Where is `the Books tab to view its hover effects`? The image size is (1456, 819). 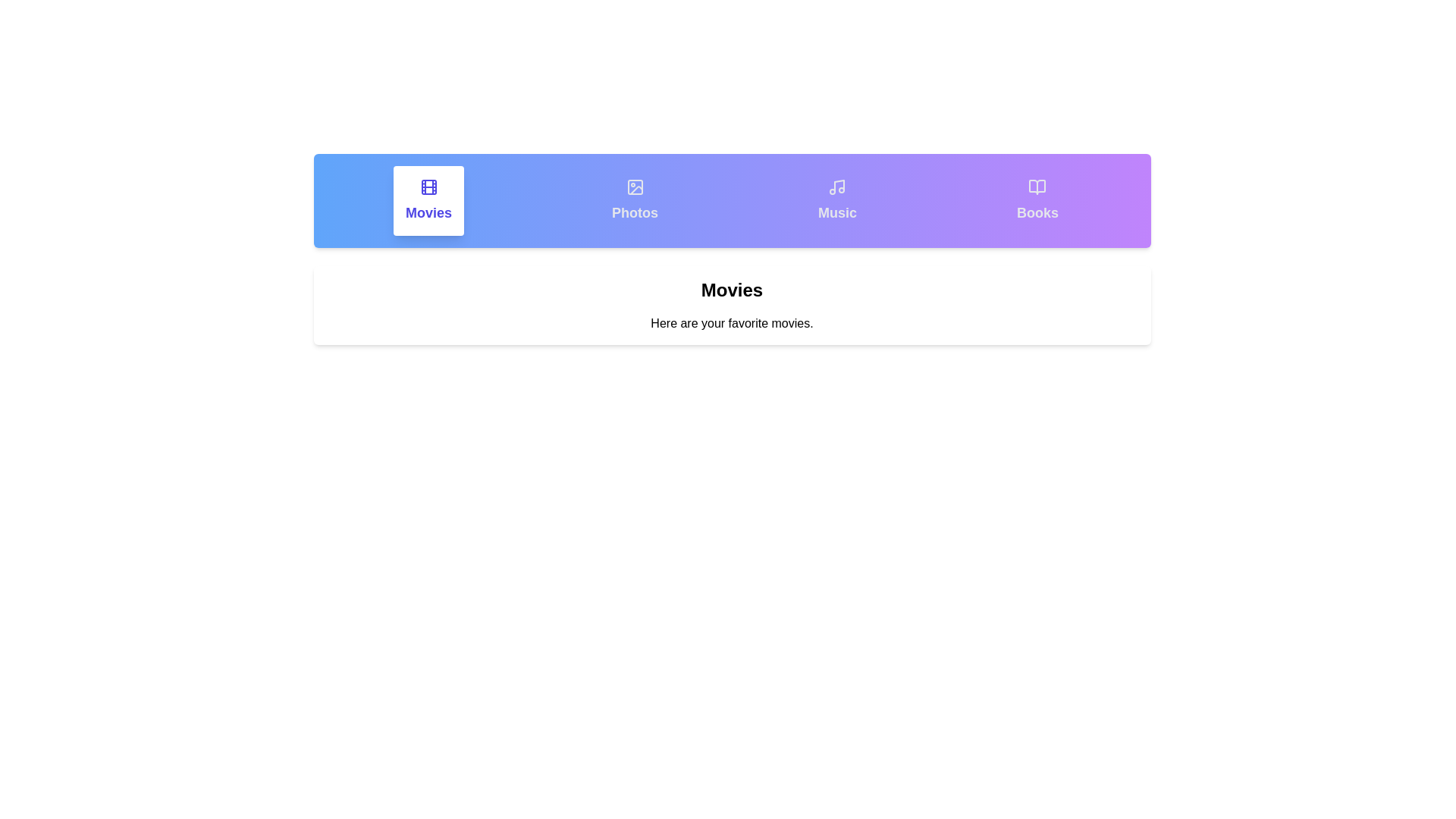
the Books tab to view its hover effects is located at coordinates (1037, 200).